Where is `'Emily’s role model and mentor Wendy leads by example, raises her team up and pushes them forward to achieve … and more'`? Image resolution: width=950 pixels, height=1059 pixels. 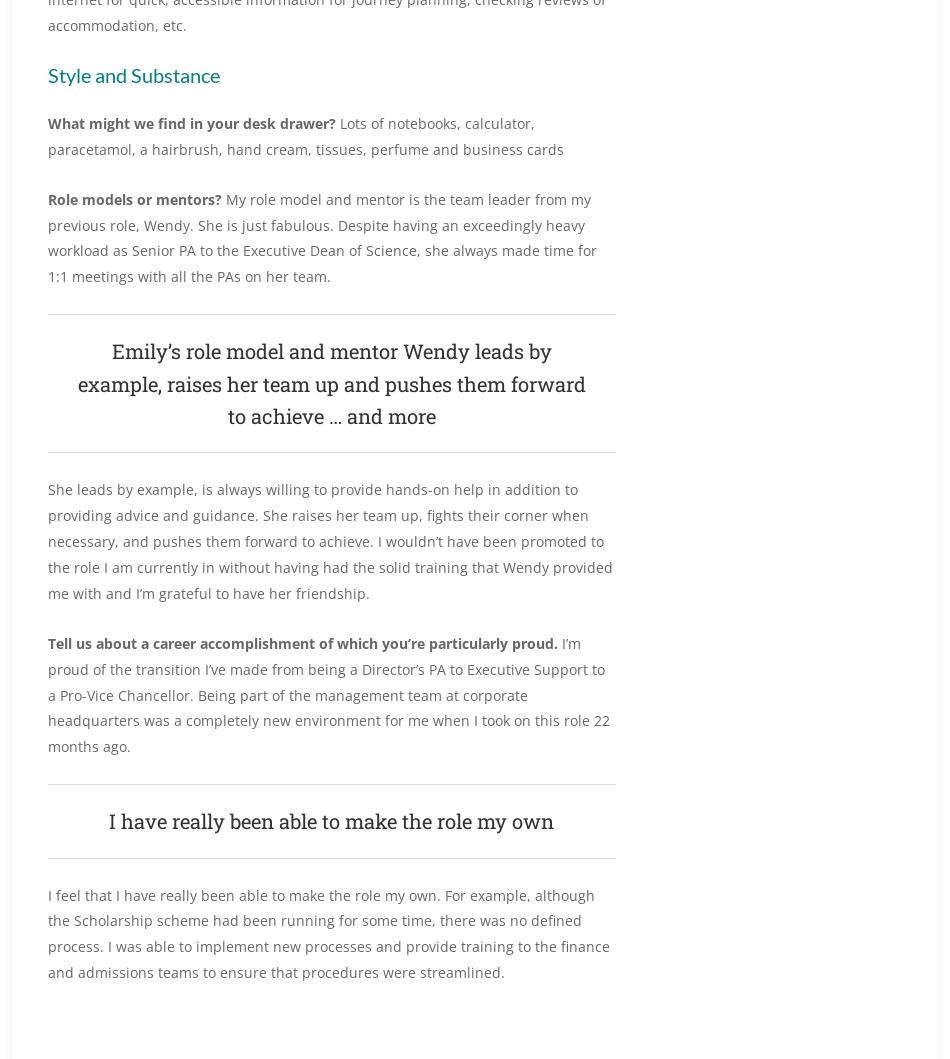
'Emily’s role model and mentor Wendy leads by example, raises her team up and pushes them forward to achieve … and more' is located at coordinates (329, 382).